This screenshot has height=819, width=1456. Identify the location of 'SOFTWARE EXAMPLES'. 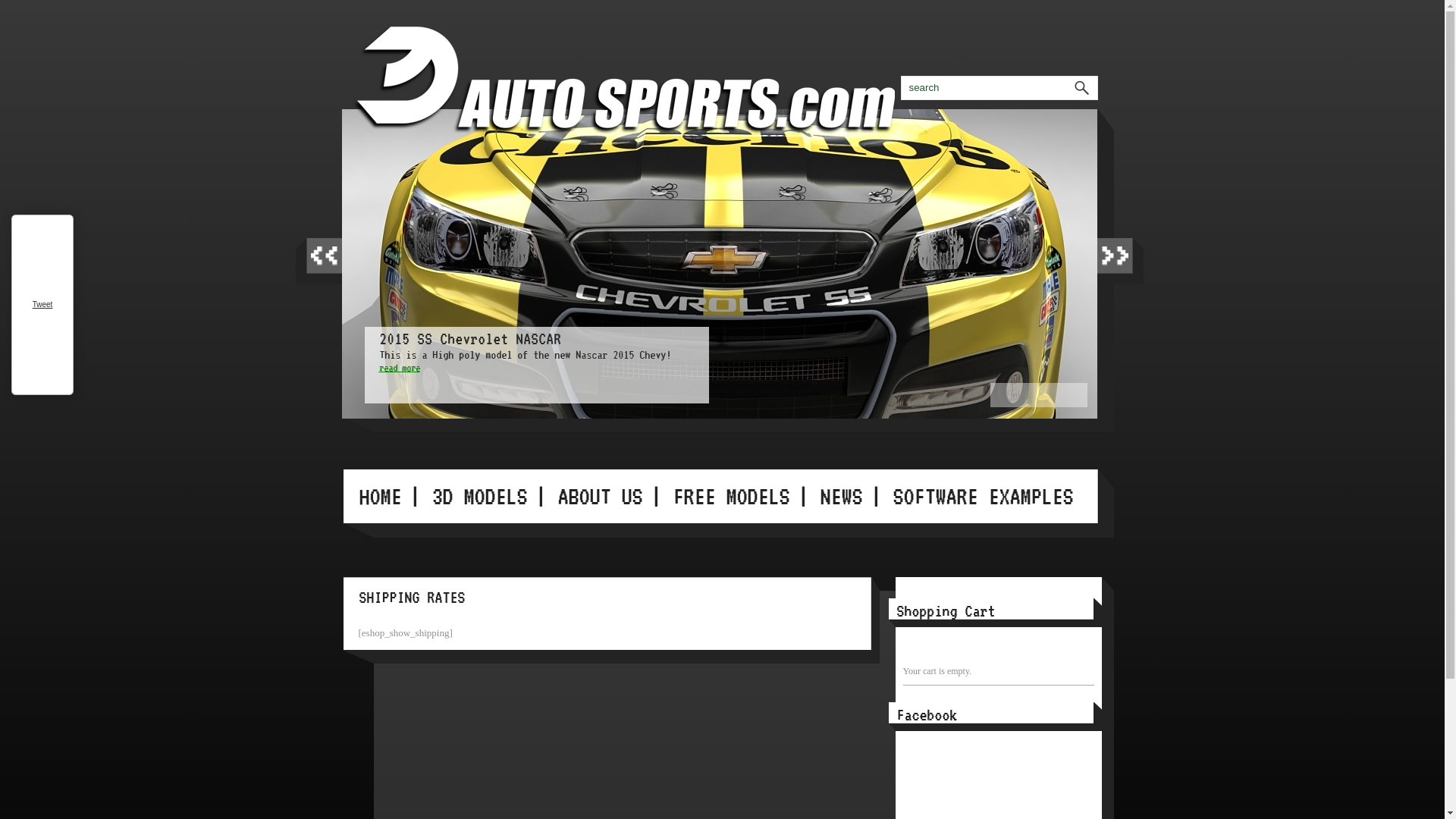
(982, 496).